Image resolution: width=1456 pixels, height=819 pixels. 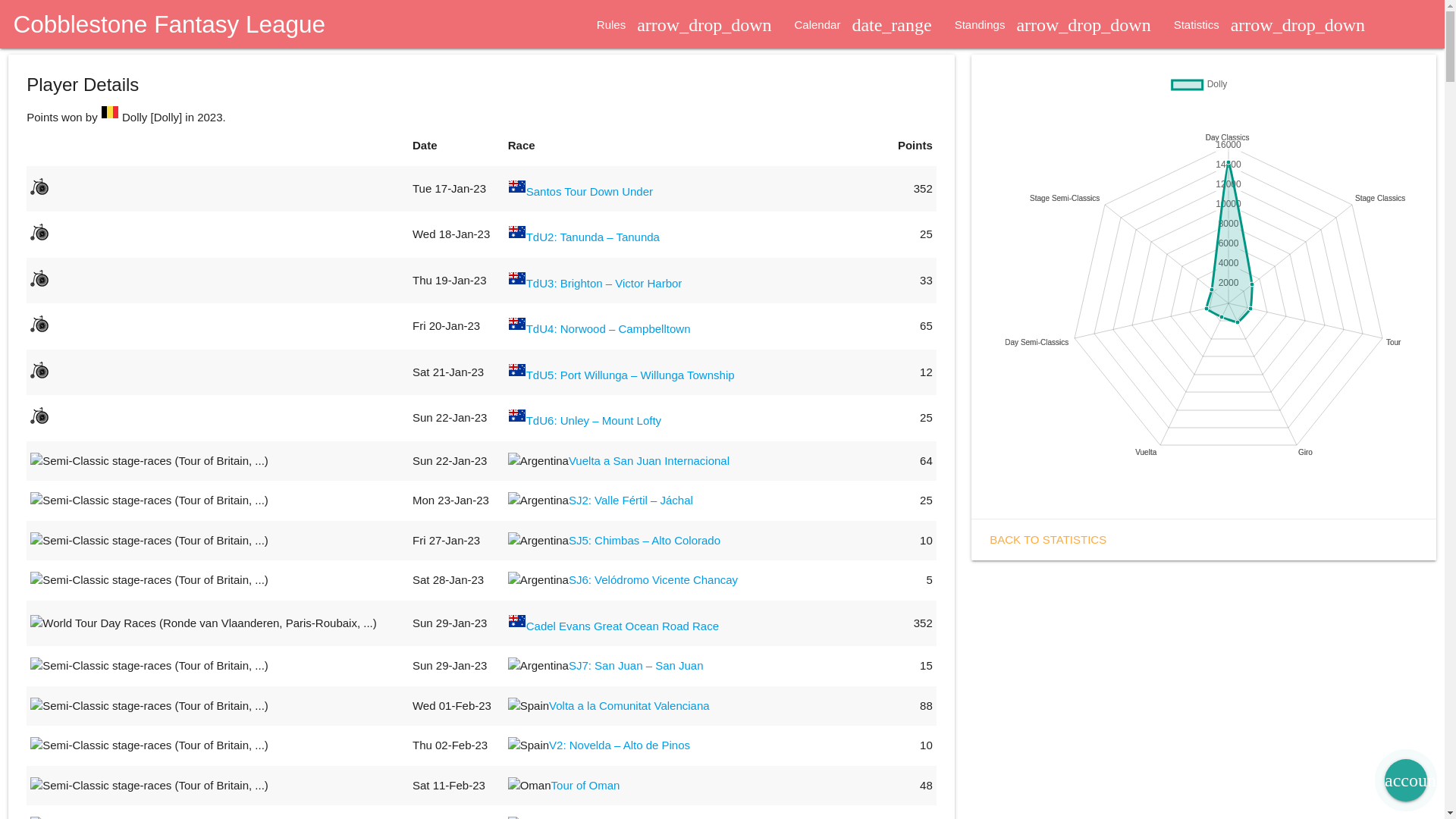 What do you see at coordinates (1384, 780) in the screenshot?
I see `'account_circle'` at bounding box center [1384, 780].